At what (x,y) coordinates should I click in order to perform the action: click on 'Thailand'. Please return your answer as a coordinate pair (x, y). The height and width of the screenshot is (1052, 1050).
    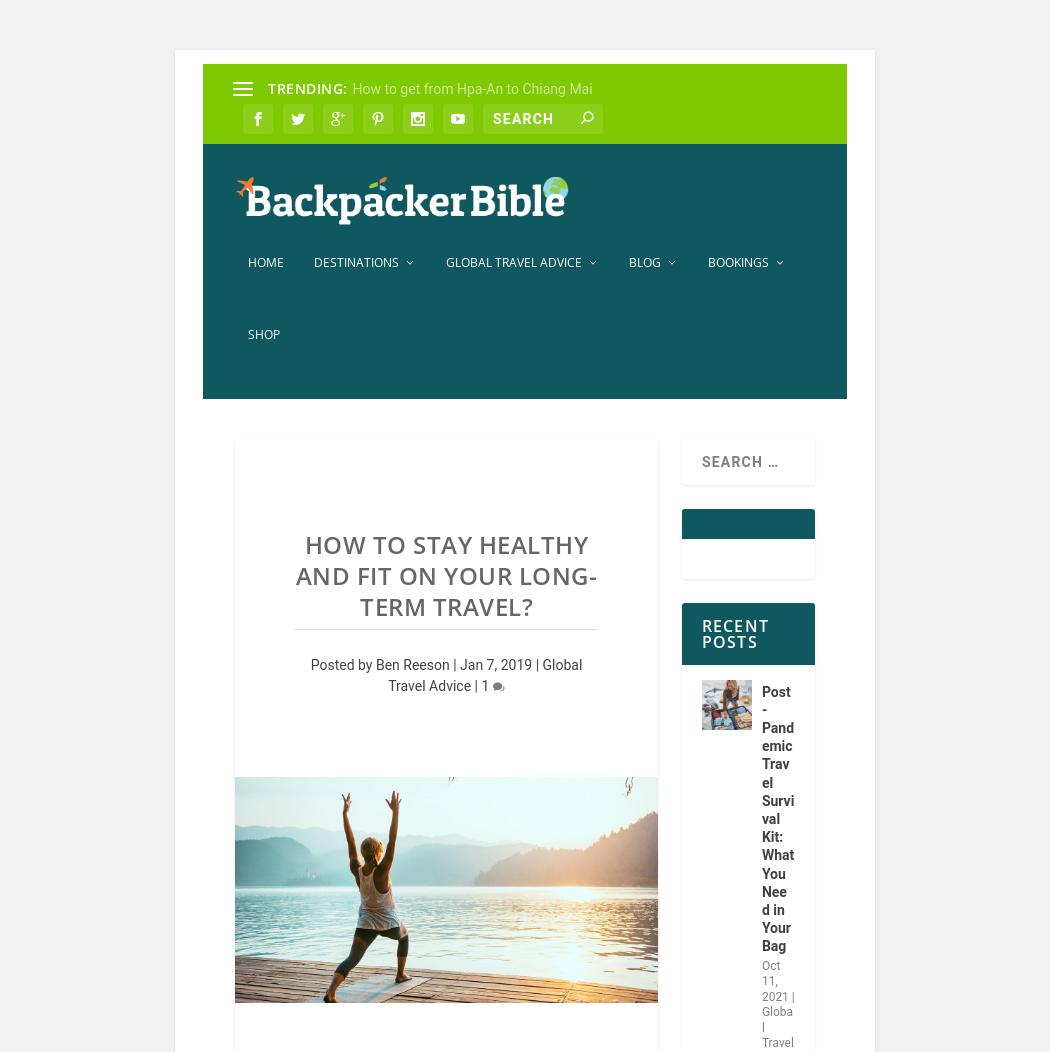
    Looking at the image, I should click on (422, 836).